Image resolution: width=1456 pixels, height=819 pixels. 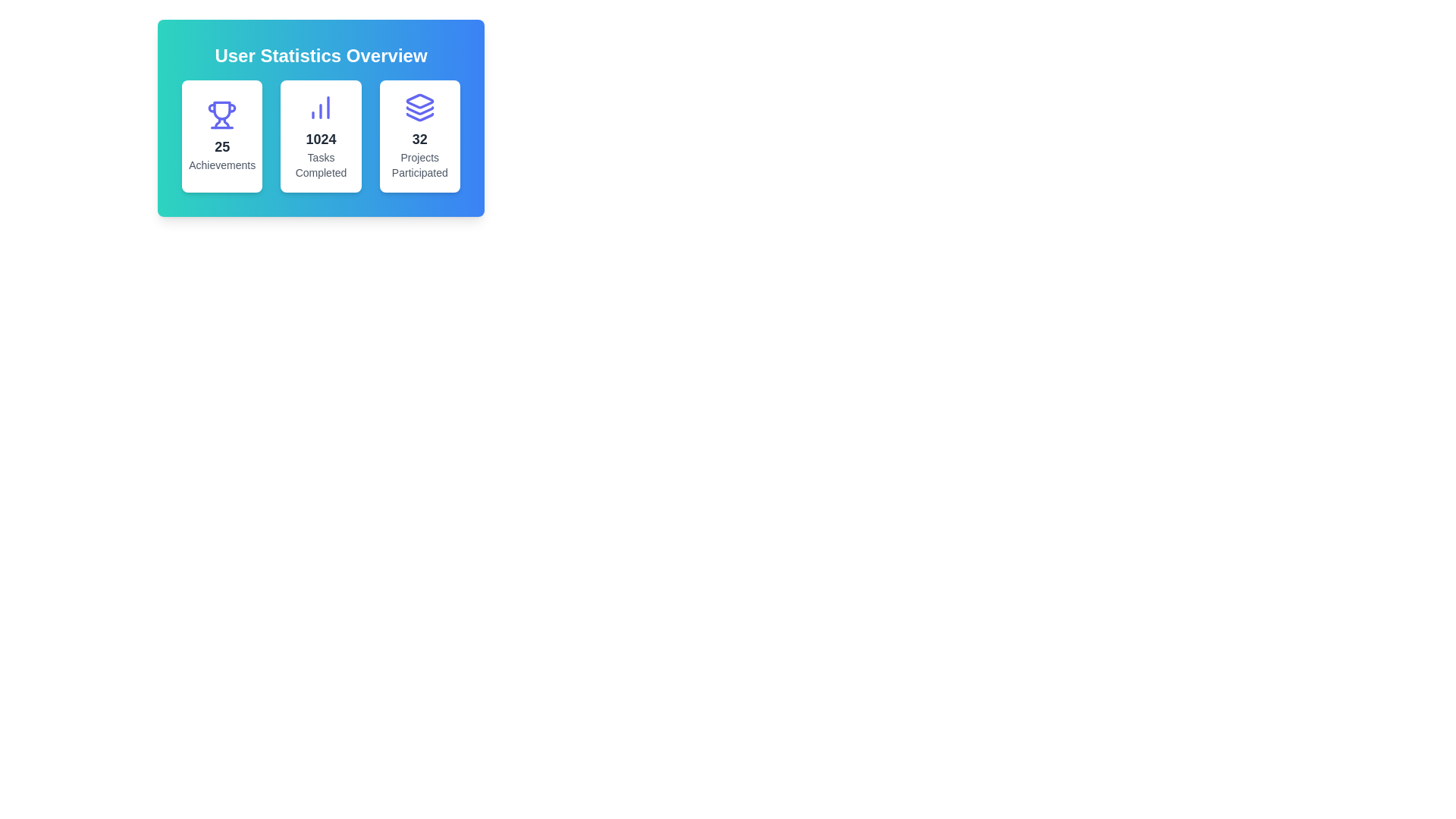 I want to click on displayed information on the Information card located in the rightmost column, under the heading 'User Statistics Overview', so click(x=419, y=136).